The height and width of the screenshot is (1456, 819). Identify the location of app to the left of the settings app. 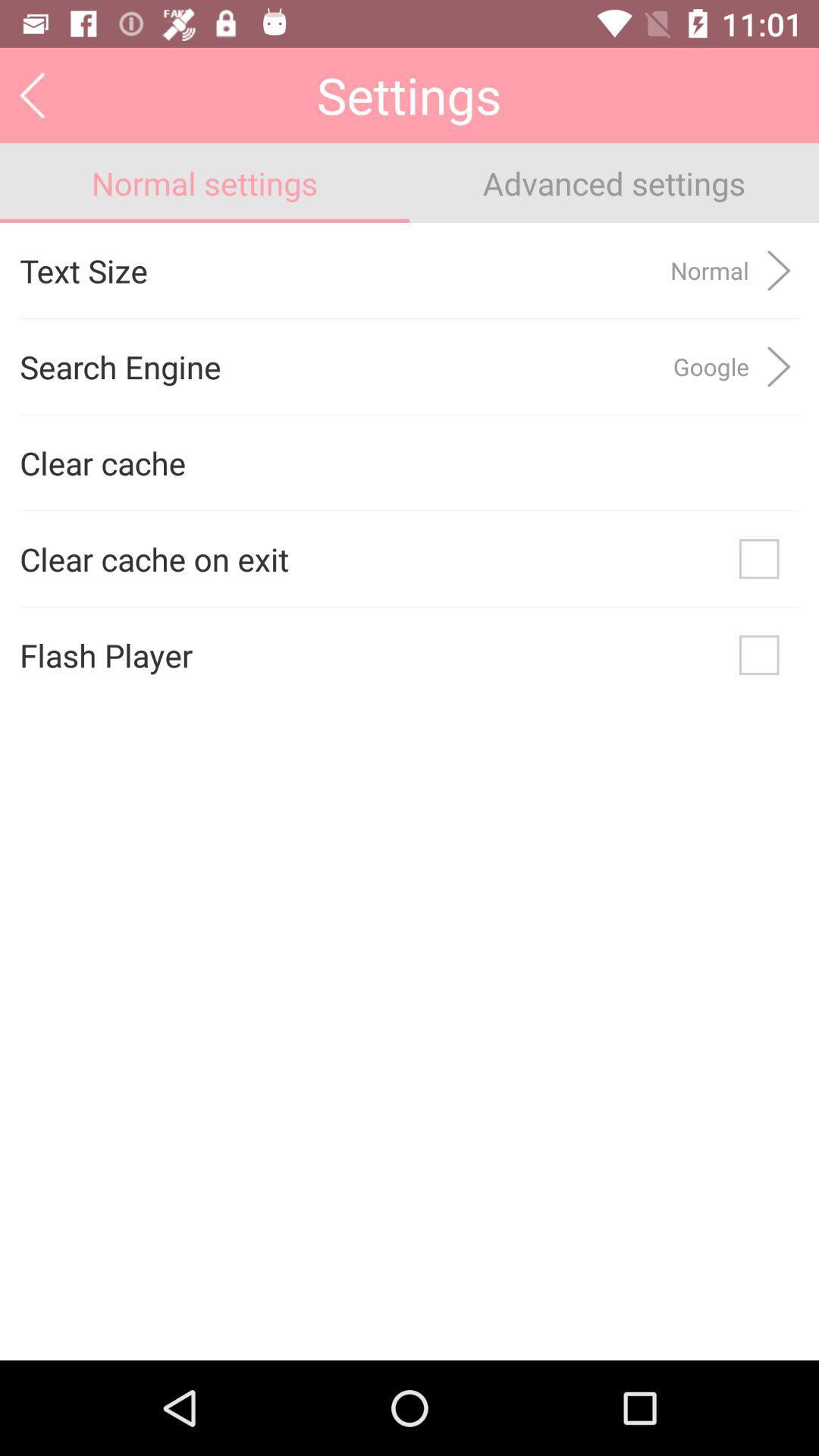
(32, 94).